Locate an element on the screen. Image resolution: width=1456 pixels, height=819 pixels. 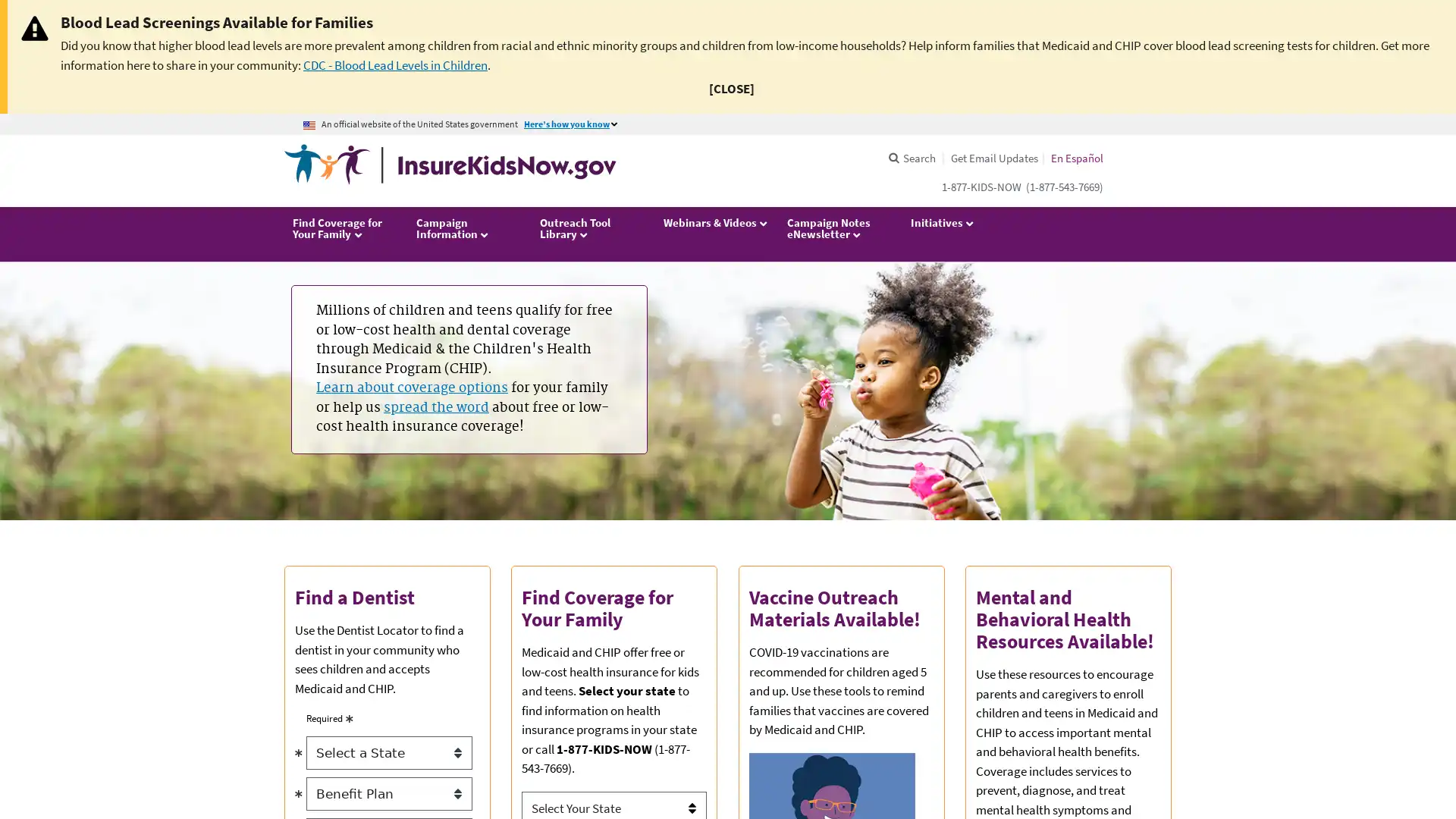
Feedback, opens dialog is located at coordinates (1432, 766).